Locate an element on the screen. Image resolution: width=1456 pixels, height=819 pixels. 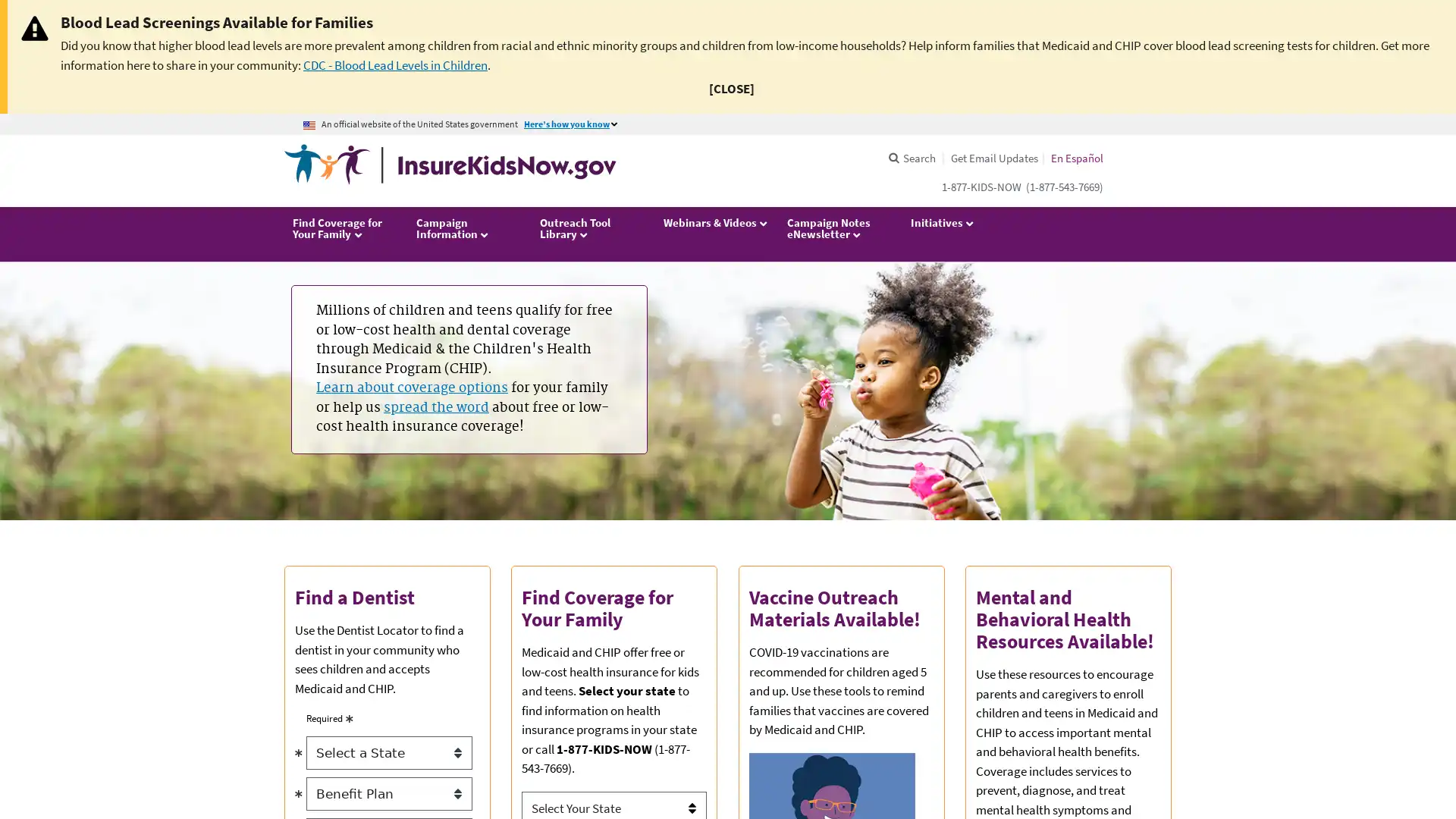
Feedback, opens dialog is located at coordinates (1432, 766).